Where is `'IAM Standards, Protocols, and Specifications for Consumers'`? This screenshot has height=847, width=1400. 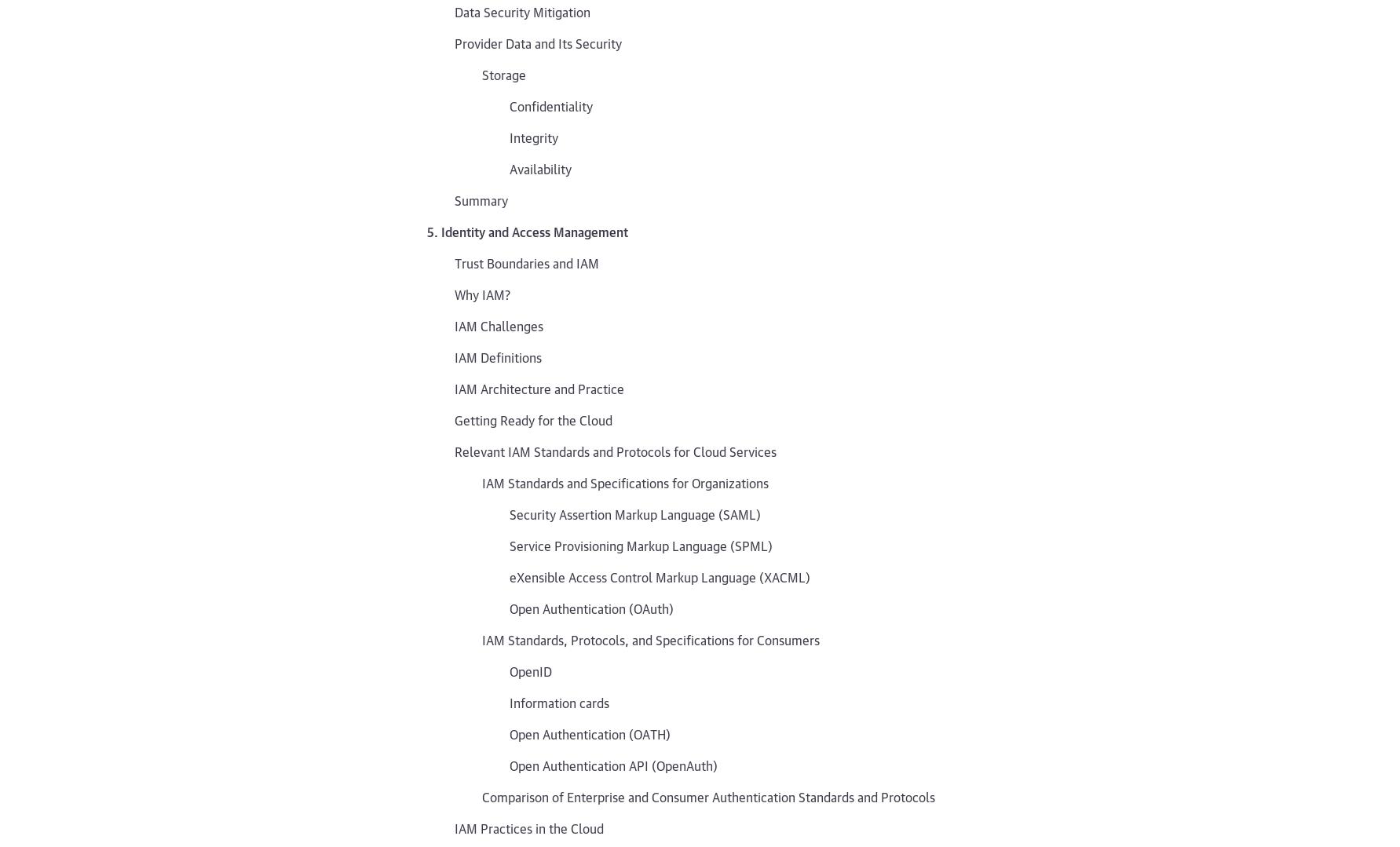 'IAM Standards, Protocols, and Specifications for Consumers' is located at coordinates (650, 637).